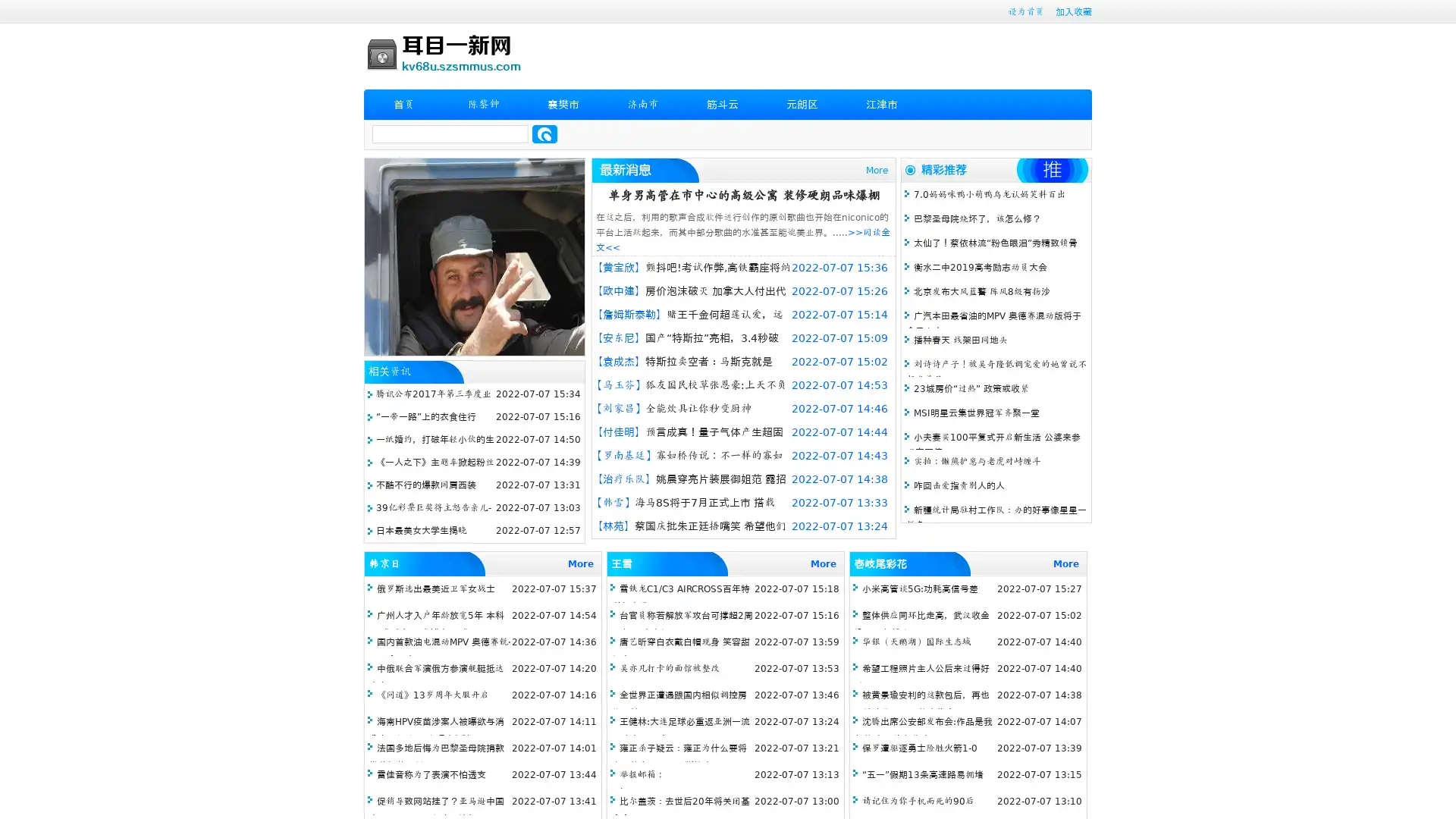  What do you see at coordinates (544, 133) in the screenshot?
I see `Search` at bounding box center [544, 133].